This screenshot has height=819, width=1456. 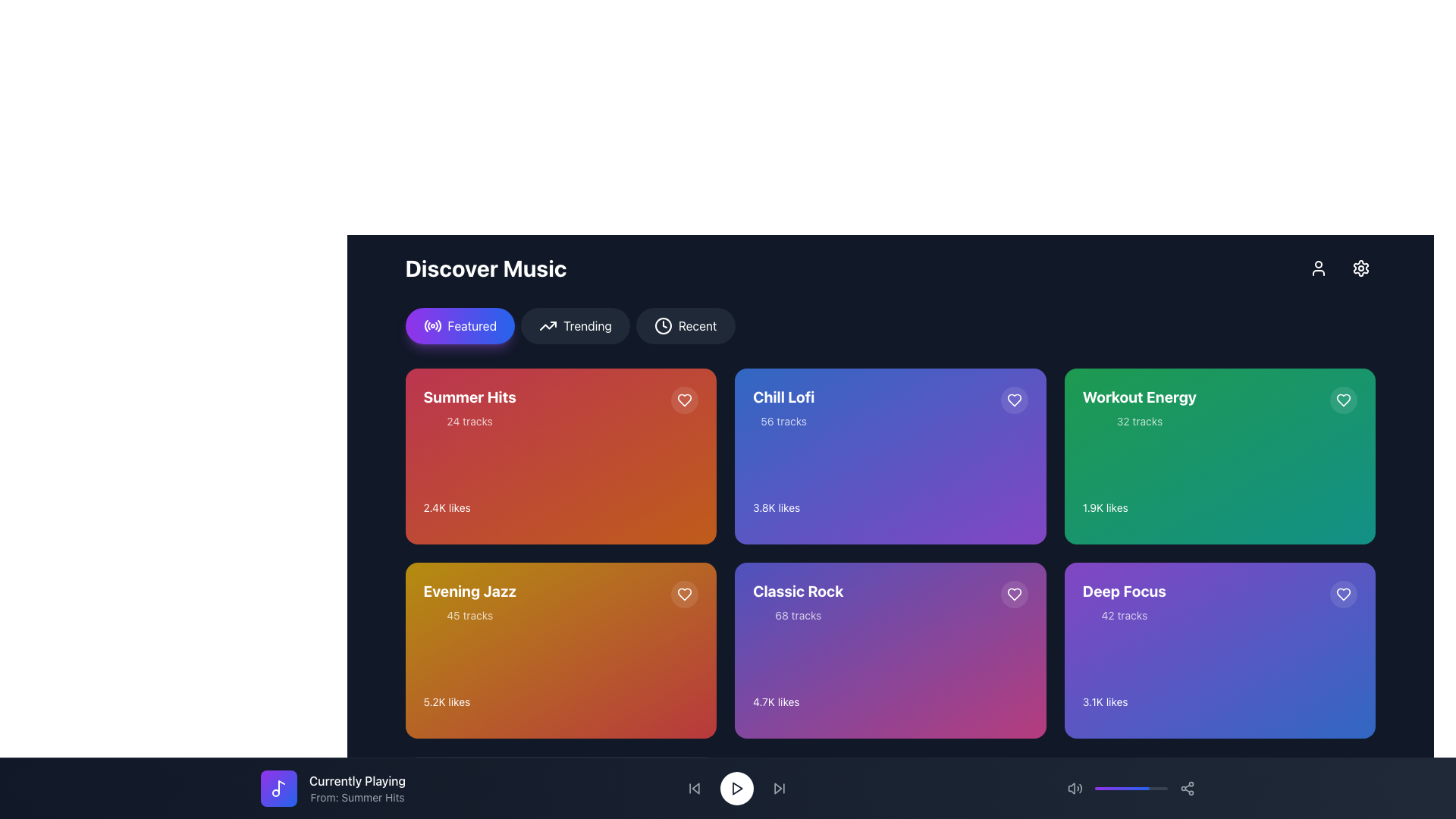 What do you see at coordinates (469, 601) in the screenshot?
I see `the text content within the card representing the playlist 'Evening Jazz'` at bounding box center [469, 601].